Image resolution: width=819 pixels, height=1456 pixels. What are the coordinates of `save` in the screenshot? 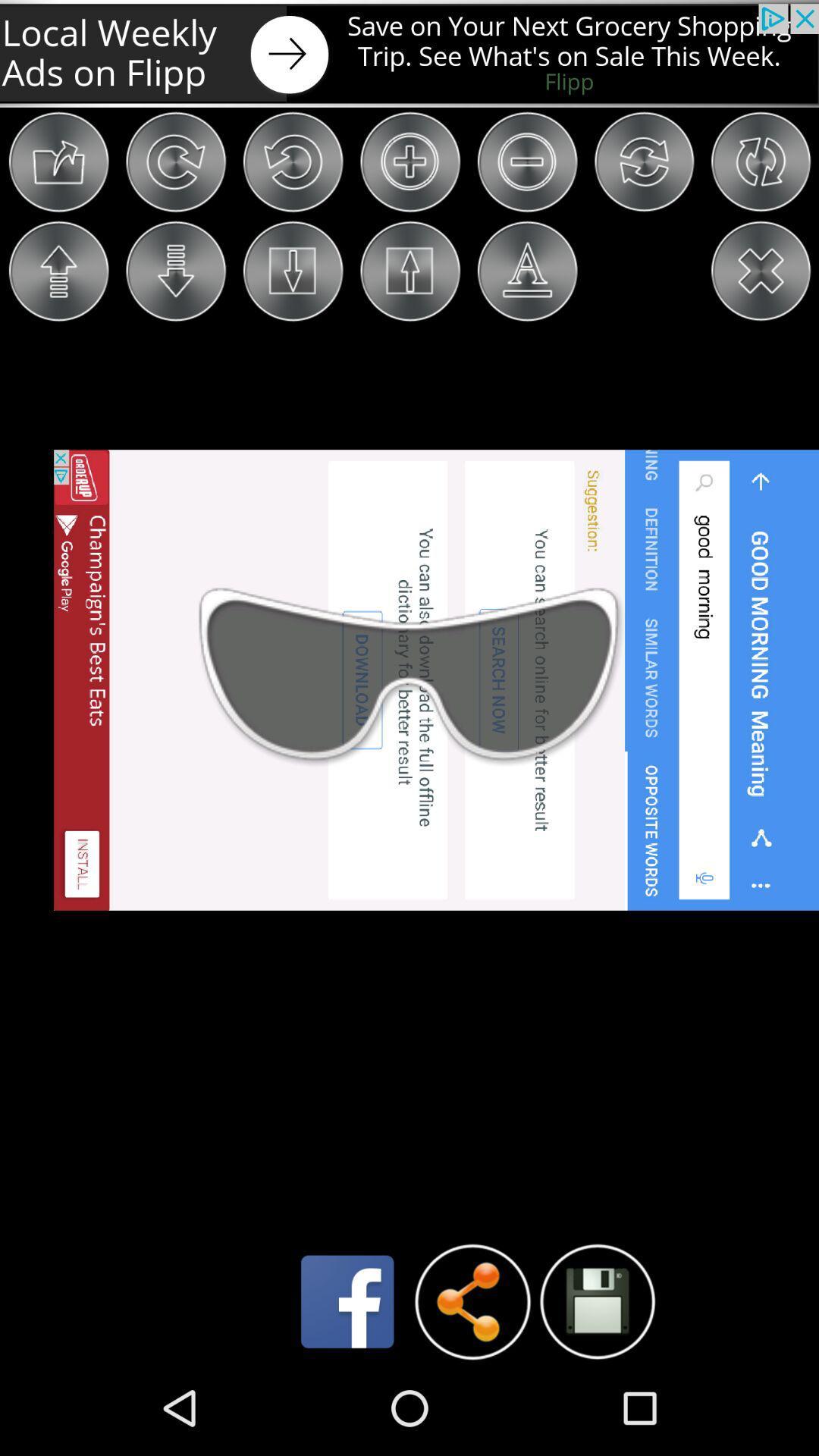 It's located at (596, 1301).